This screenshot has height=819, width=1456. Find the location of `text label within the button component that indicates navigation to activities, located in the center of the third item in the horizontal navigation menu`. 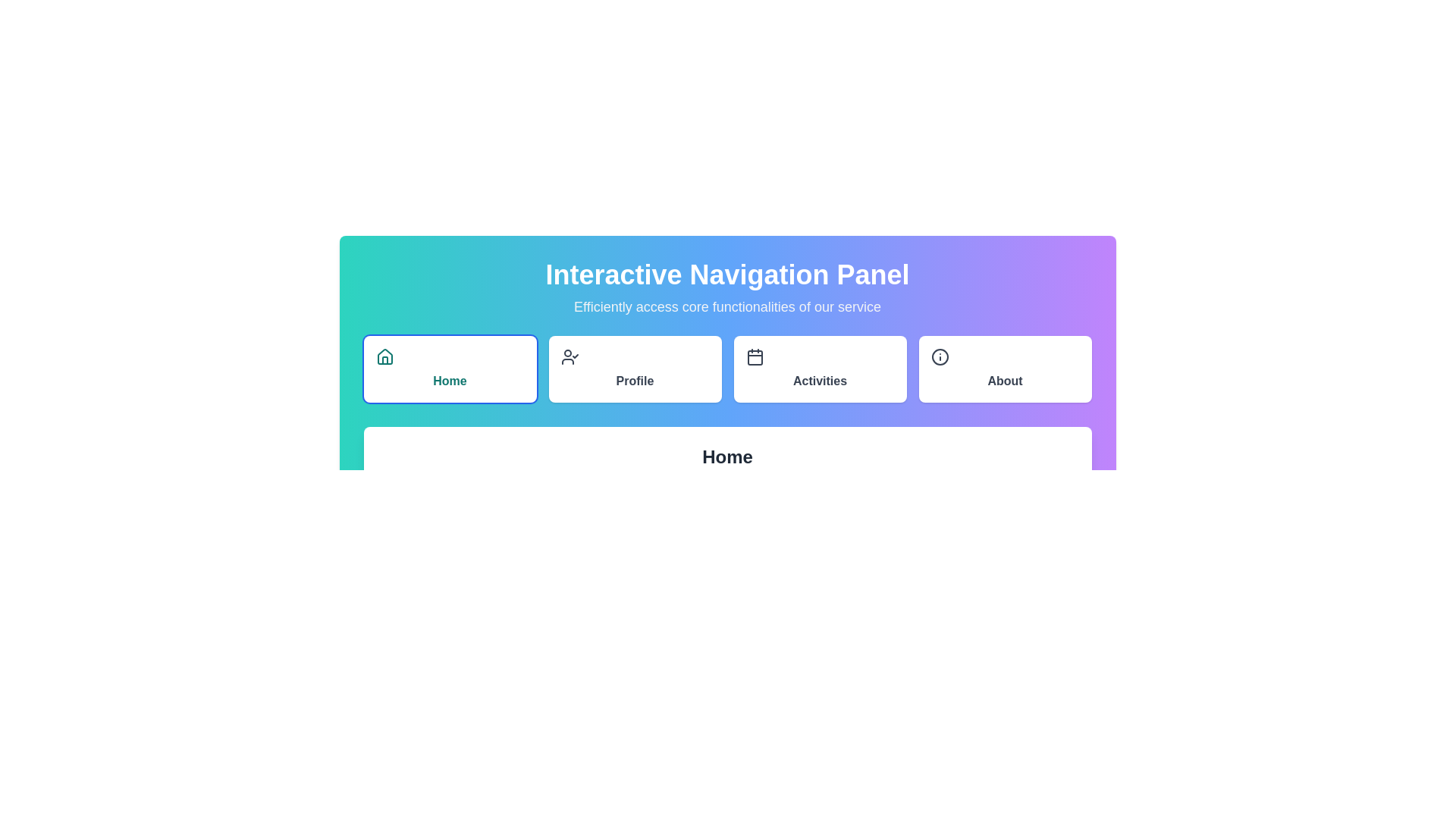

text label within the button component that indicates navigation to activities, located in the center of the third item in the horizontal navigation menu is located at coordinates (819, 380).